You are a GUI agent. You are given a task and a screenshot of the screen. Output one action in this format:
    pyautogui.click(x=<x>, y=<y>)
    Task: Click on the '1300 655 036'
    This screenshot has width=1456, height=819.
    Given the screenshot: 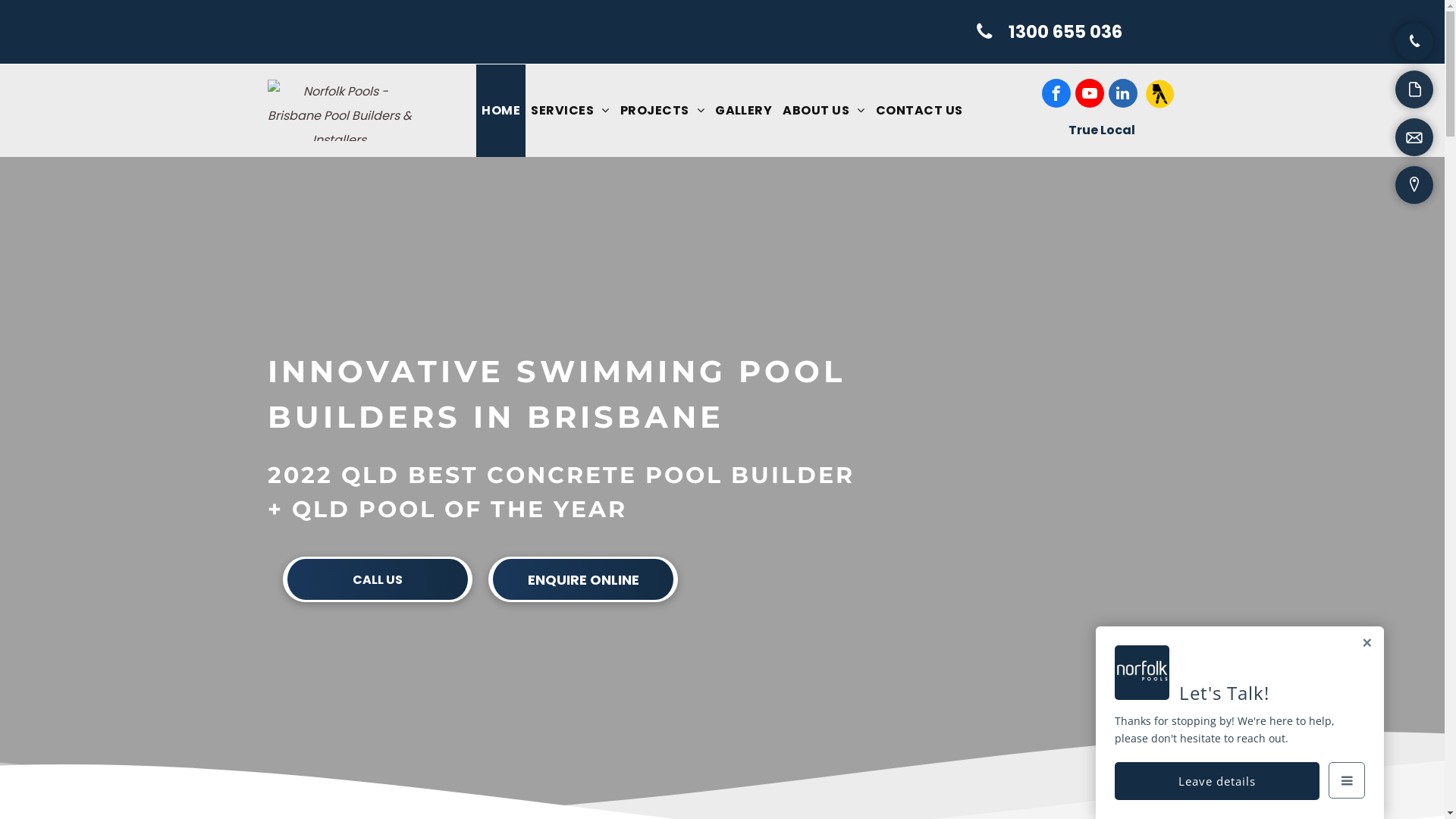 What is the action you would take?
    pyautogui.click(x=1050, y=32)
    